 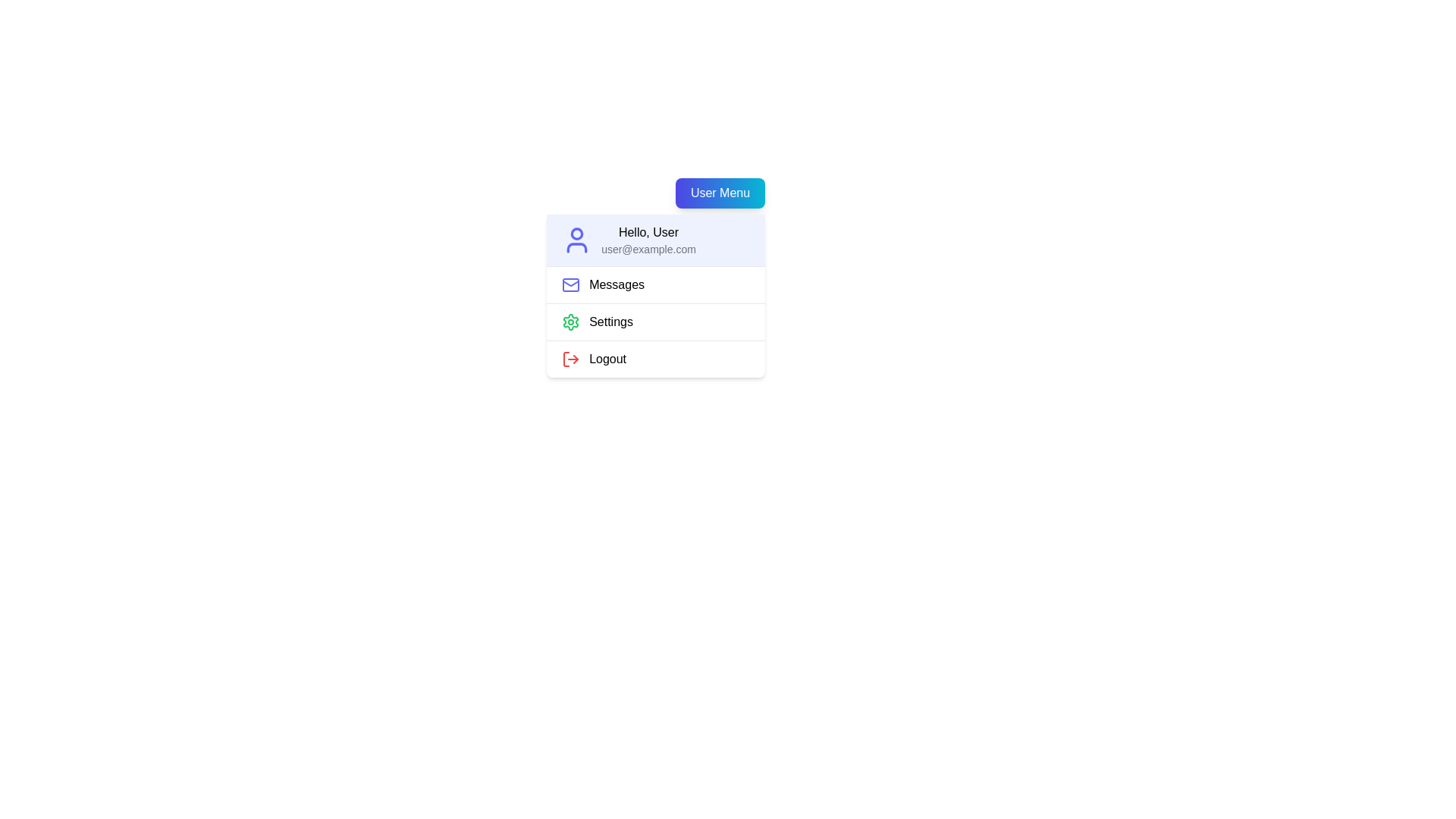 What do you see at coordinates (656, 284) in the screenshot?
I see `the menu item Messages` at bounding box center [656, 284].